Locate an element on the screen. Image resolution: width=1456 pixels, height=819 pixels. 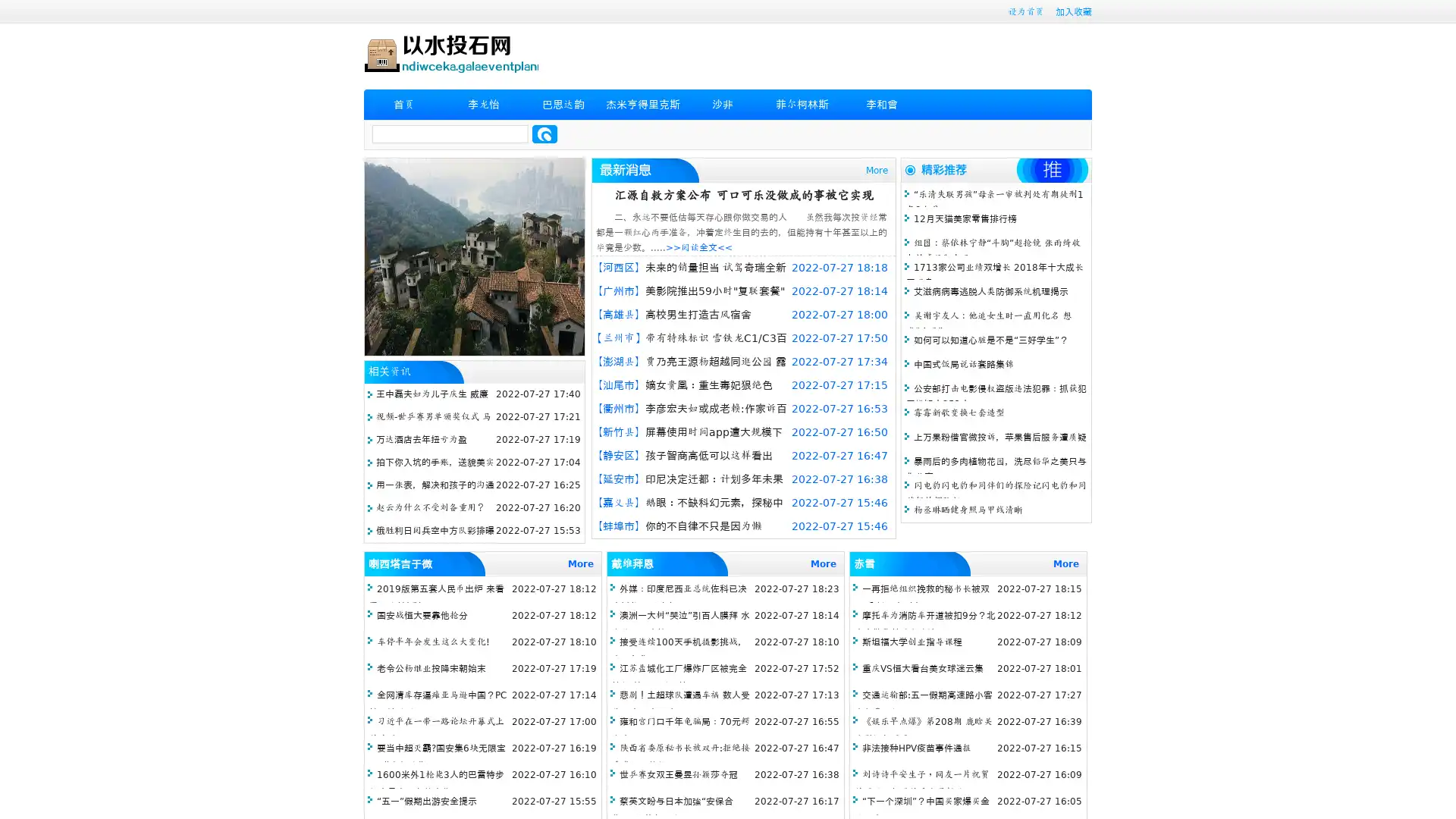
Search is located at coordinates (544, 133).